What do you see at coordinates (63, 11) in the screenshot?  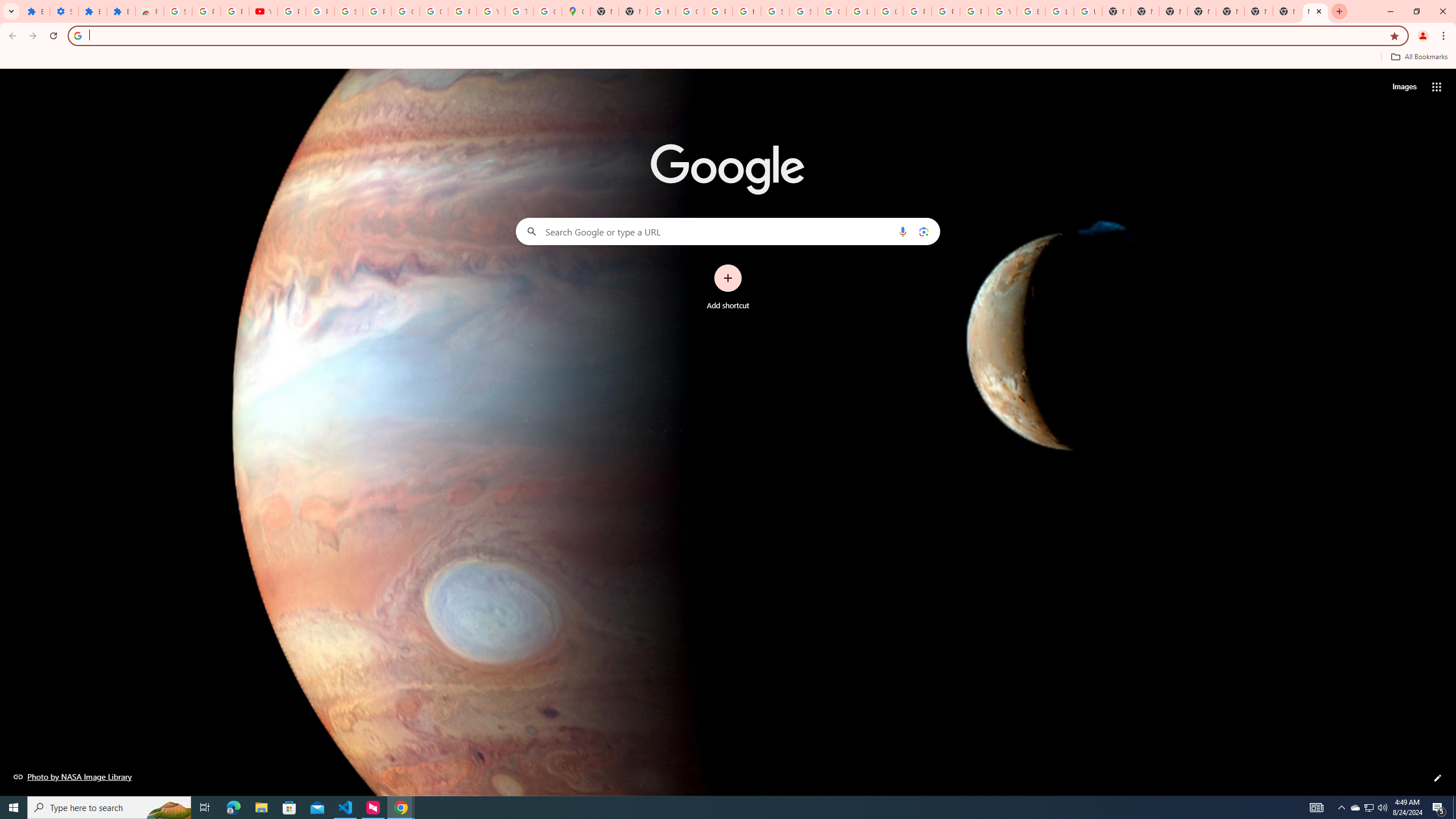 I see `'Settings'` at bounding box center [63, 11].